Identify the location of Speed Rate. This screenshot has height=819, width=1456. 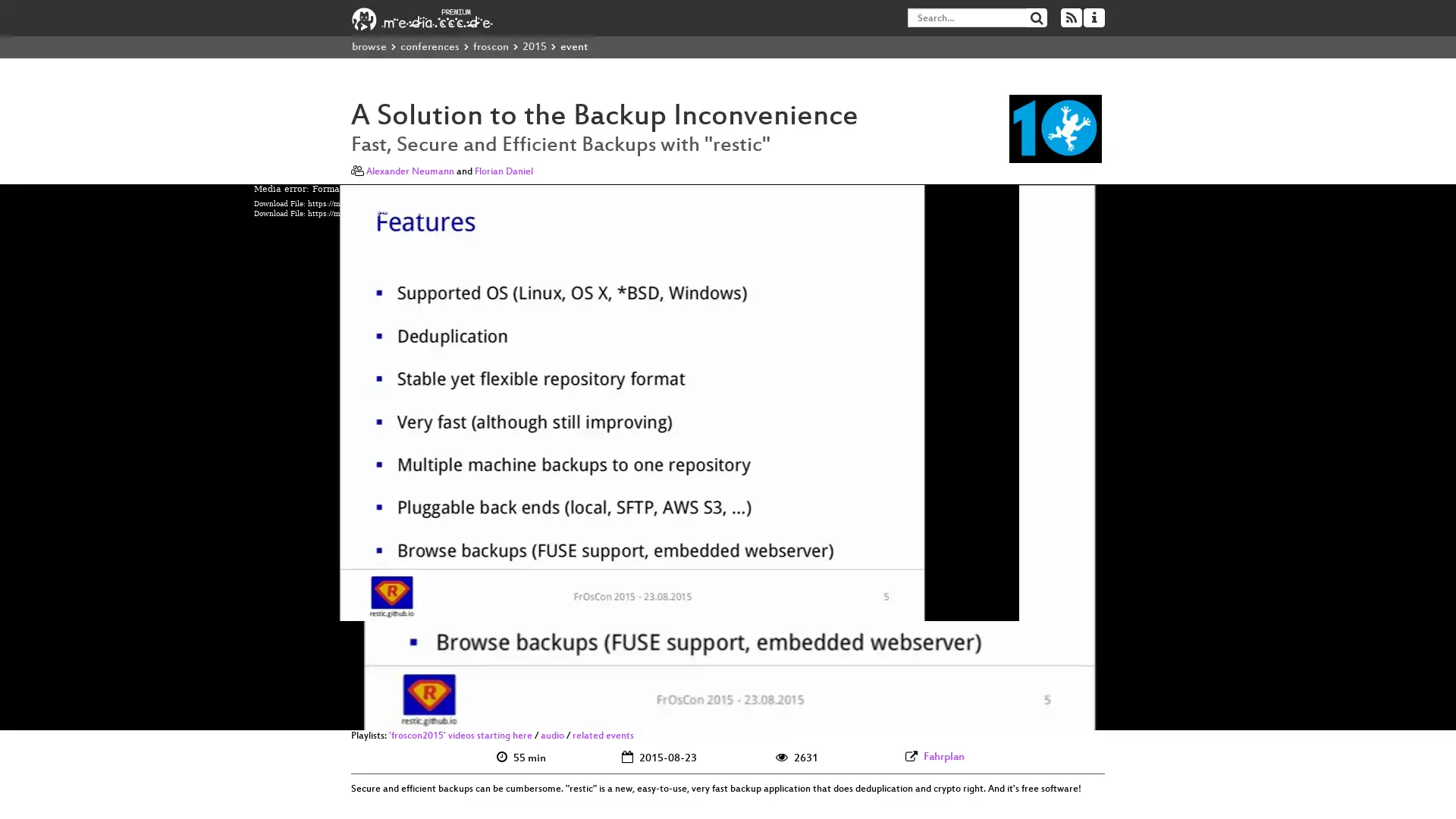
(1147, 714).